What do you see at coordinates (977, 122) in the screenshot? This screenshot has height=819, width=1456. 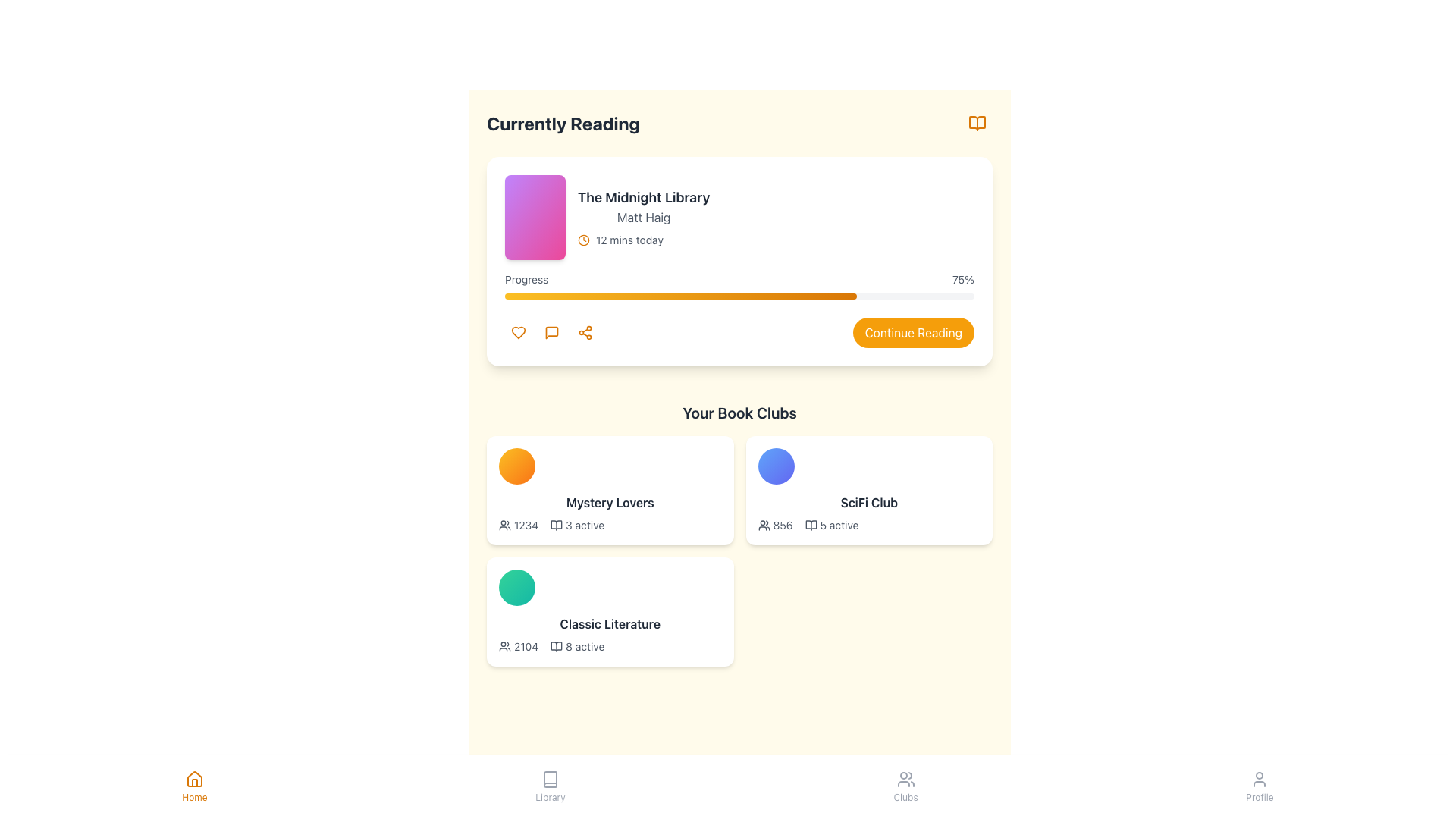 I see `the small, round button with a light yellowish background and an orange open book icon located at the top-right corner of the 'Currently Reading' section` at bounding box center [977, 122].